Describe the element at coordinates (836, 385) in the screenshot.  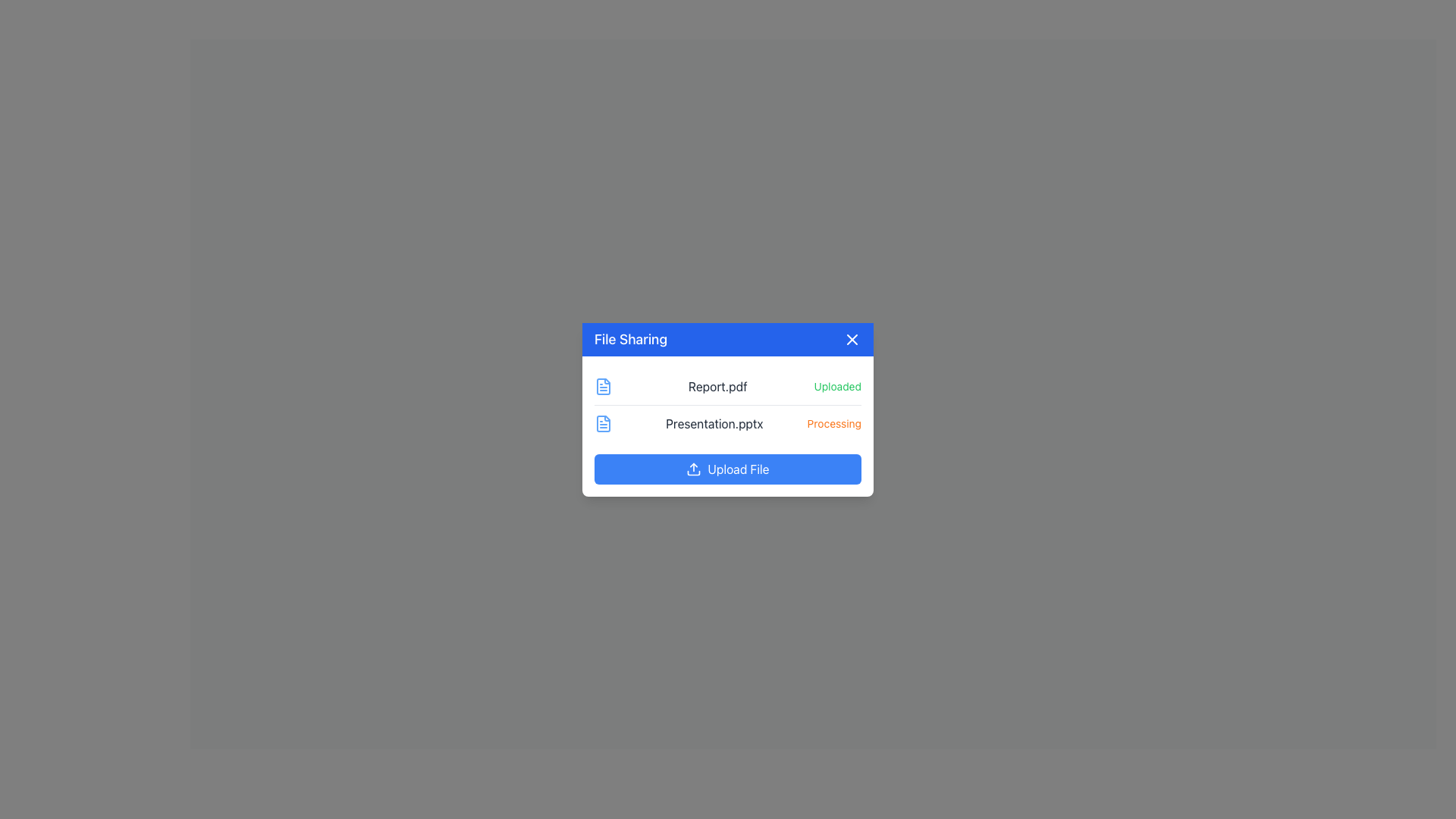
I see `the text label that reads 'Uploaded' with a green text style, located to the right of 'Report.pdf' in the file status list of the file-sharing dialog box` at that location.